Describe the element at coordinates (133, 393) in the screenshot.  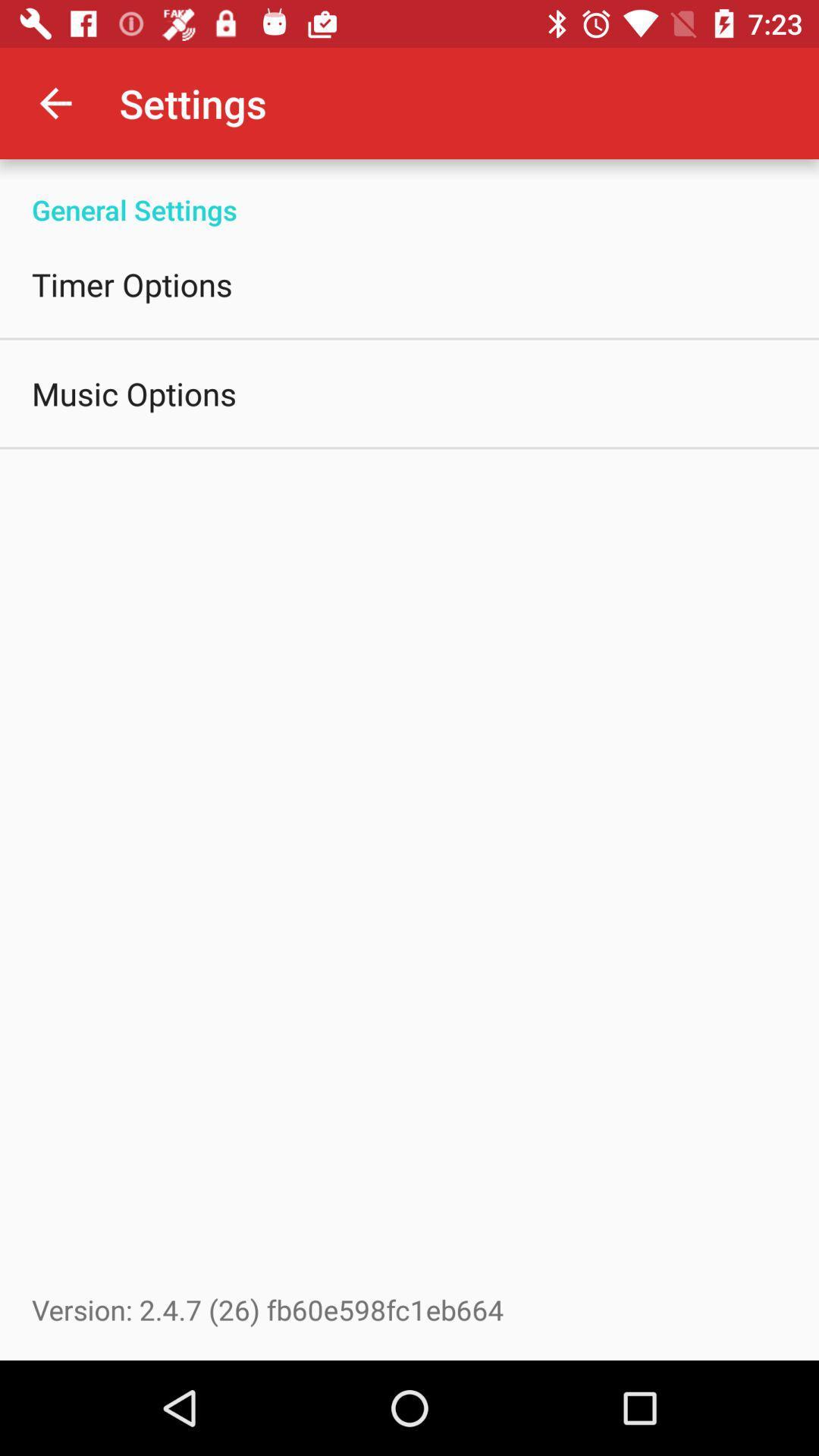
I see `icon above the version 2 4 icon` at that location.